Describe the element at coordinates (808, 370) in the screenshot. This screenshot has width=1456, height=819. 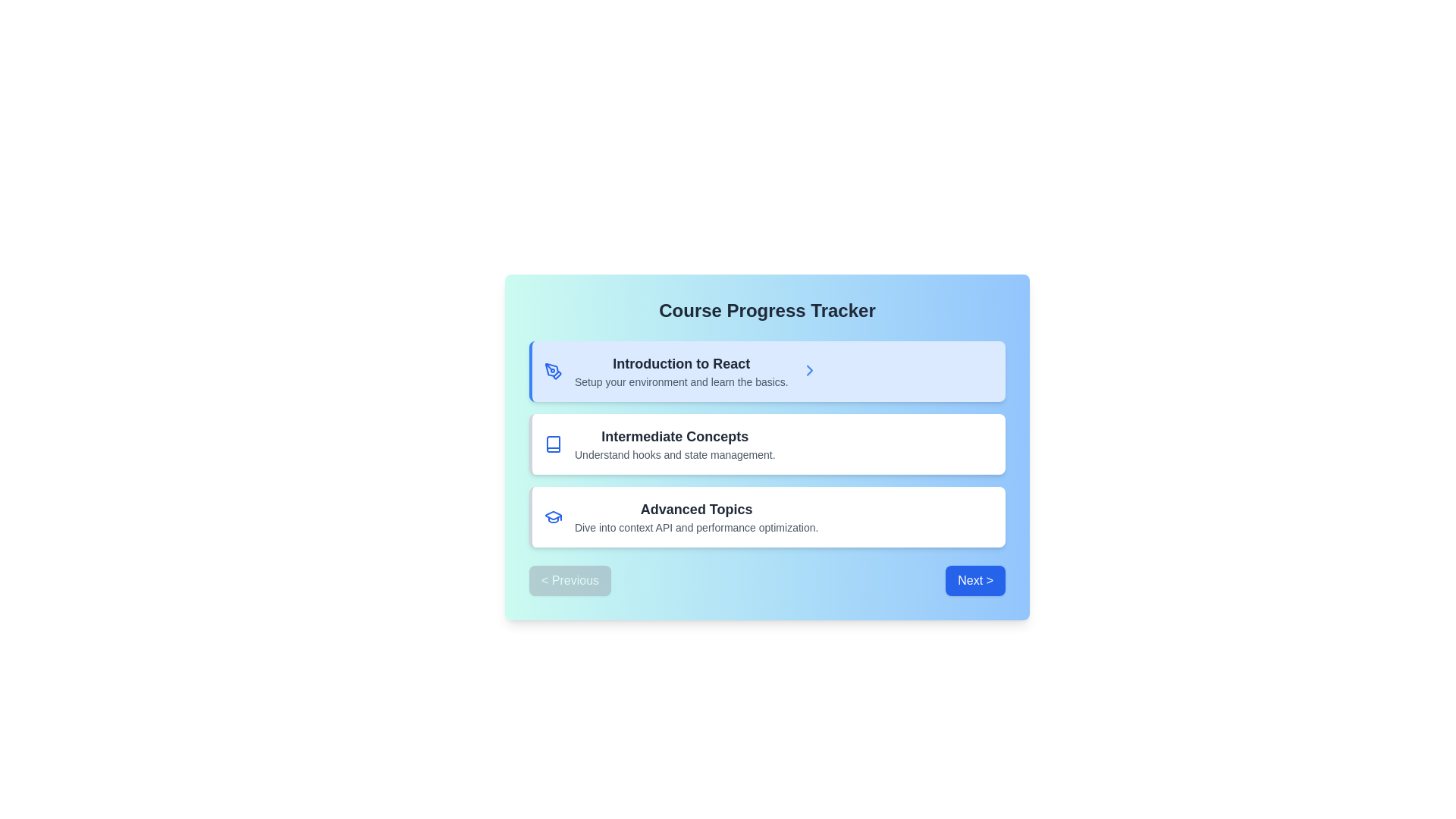
I see `the chevron icon at the right end of the row containing the 'Introduction to React' title` at that location.